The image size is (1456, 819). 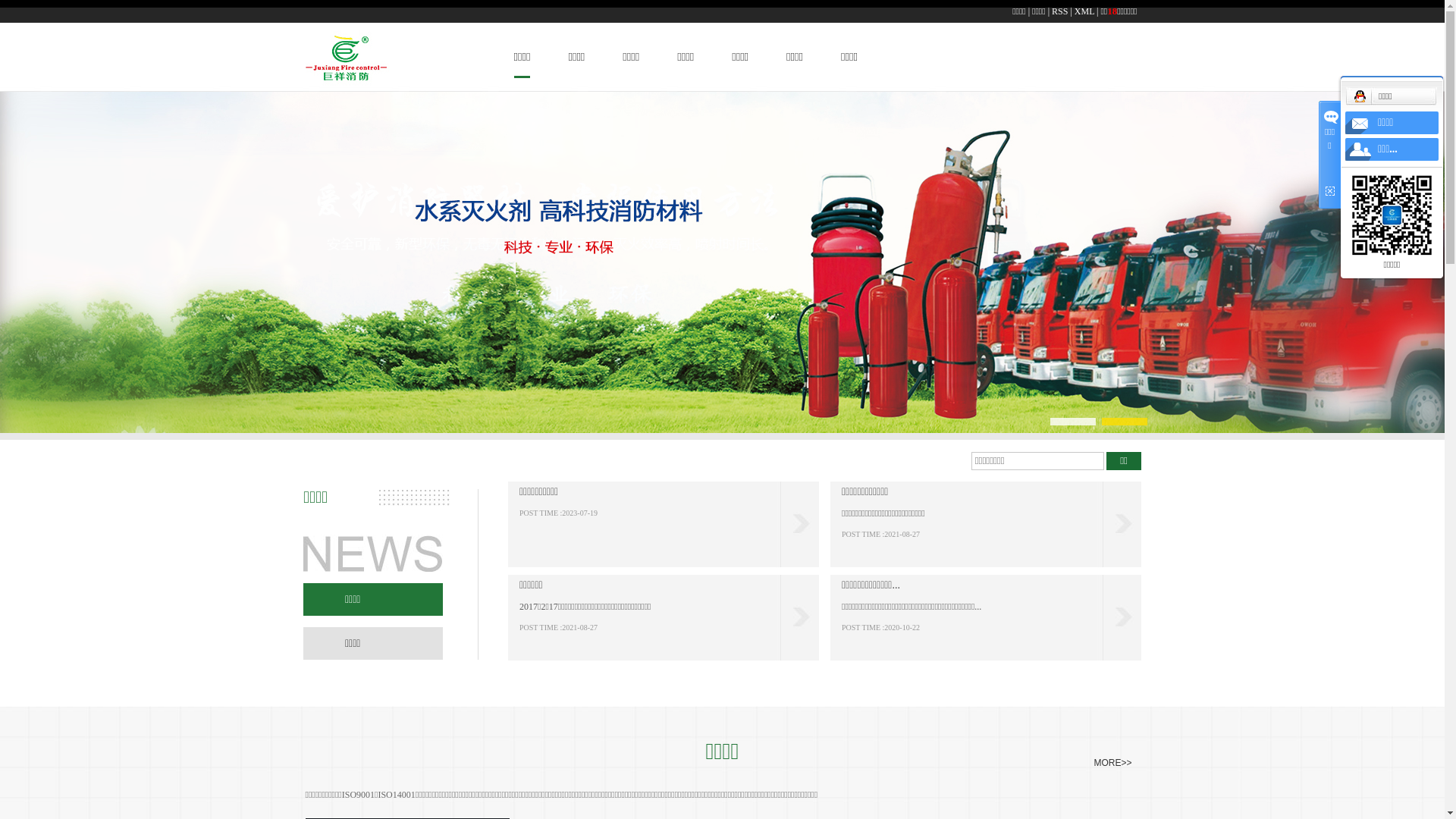 What do you see at coordinates (1052, 421) in the screenshot?
I see `'1'` at bounding box center [1052, 421].